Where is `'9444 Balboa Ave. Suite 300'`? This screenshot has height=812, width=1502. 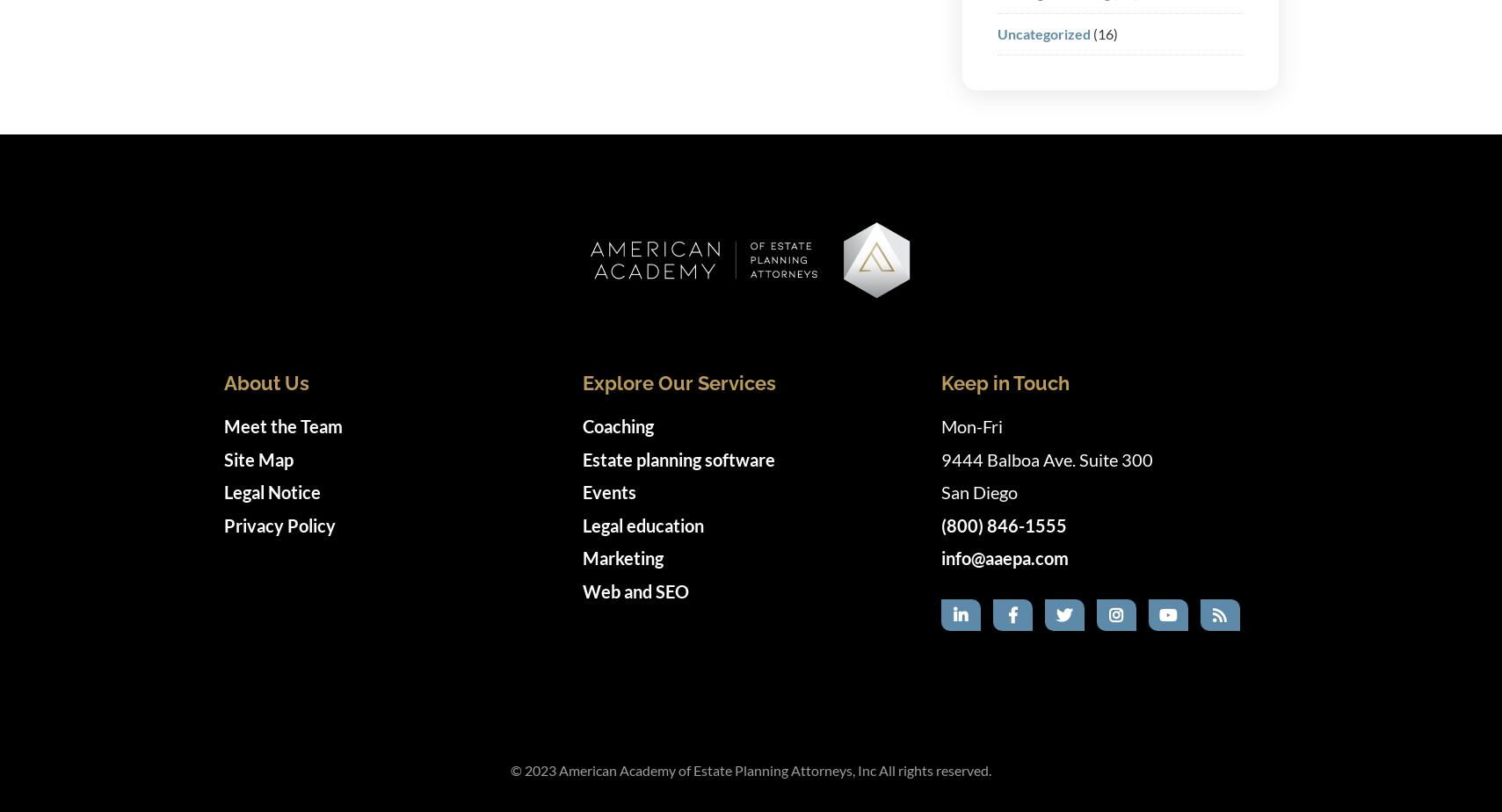
'9444 Balboa Ave. Suite 300' is located at coordinates (940, 458).